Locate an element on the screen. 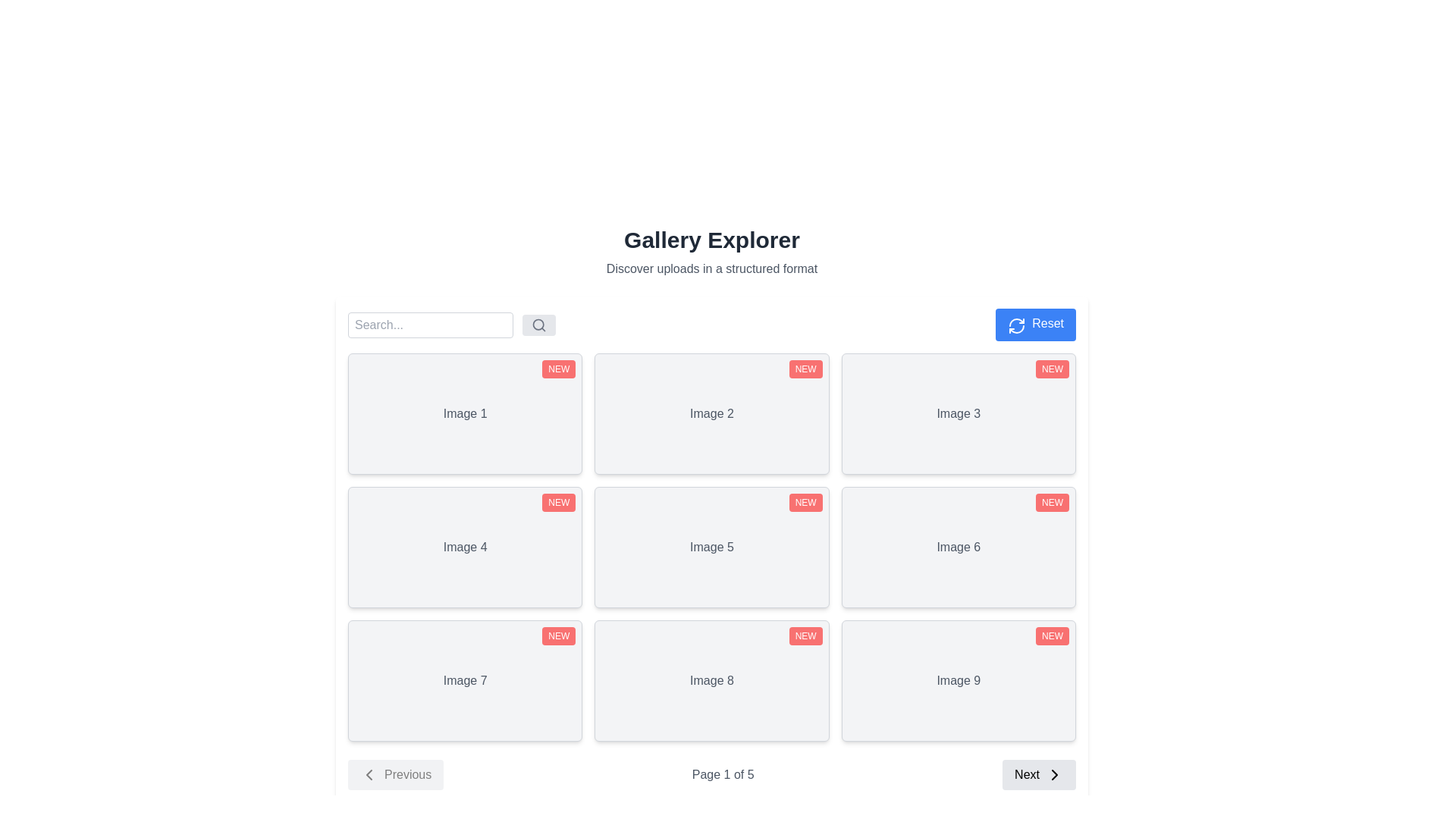 The image size is (1456, 819). the 'Previous' button icon located at the bottom left of the interface, which allows users is located at coordinates (369, 775).